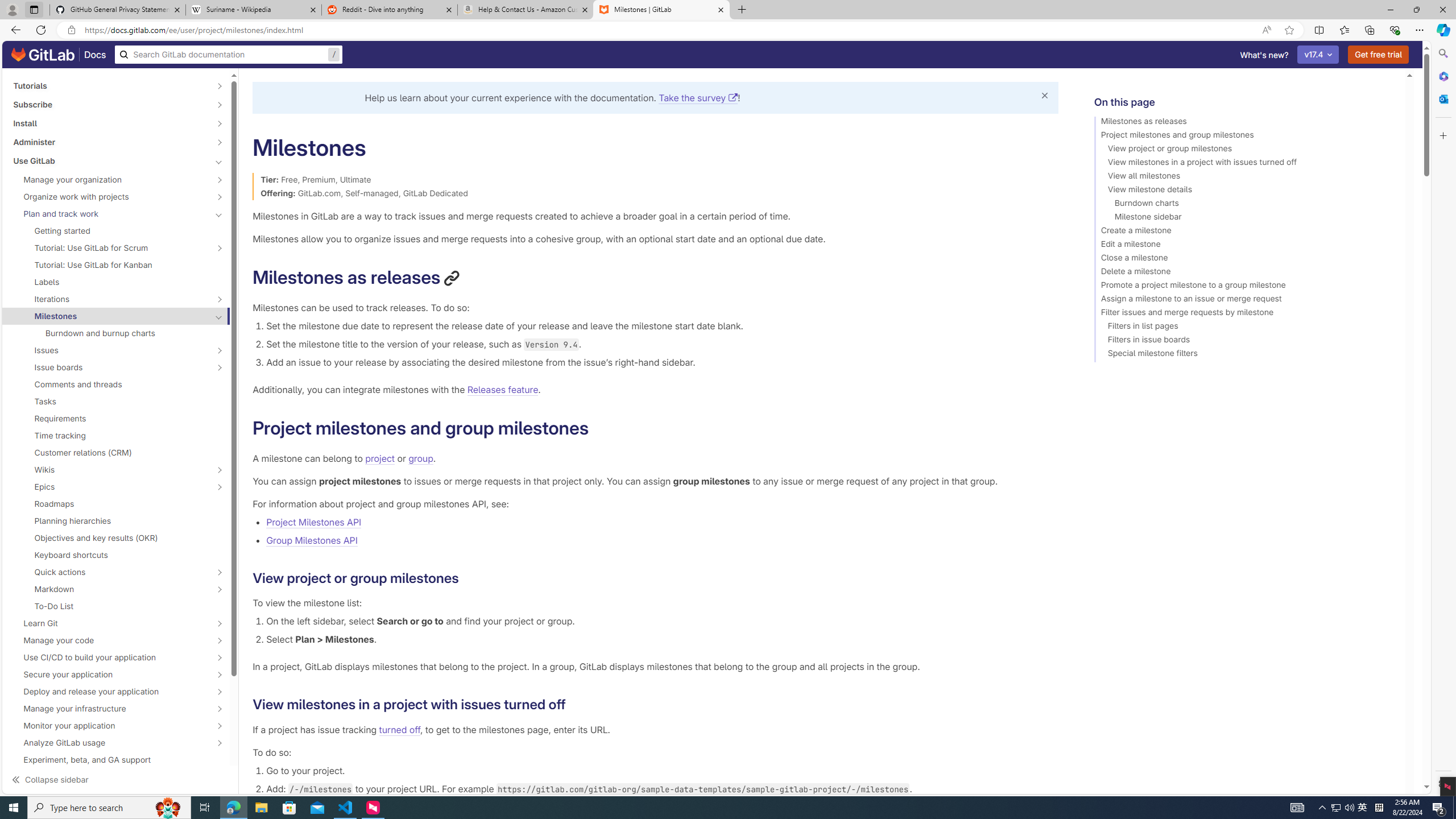  What do you see at coordinates (1244, 150) in the screenshot?
I see `'View project or group milestones'` at bounding box center [1244, 150].